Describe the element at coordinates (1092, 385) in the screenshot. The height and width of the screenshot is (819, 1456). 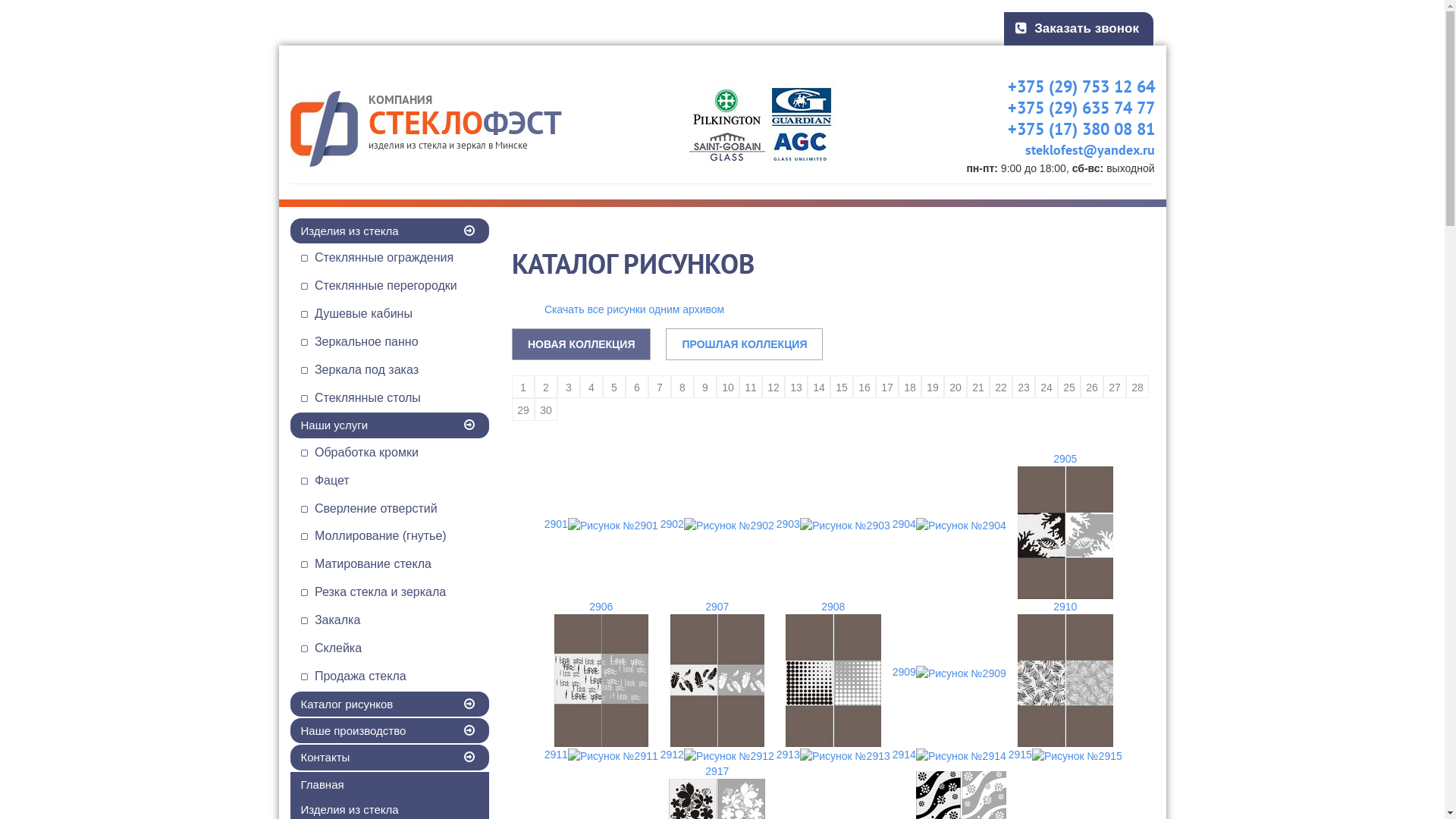
I see `'26'` at that location.